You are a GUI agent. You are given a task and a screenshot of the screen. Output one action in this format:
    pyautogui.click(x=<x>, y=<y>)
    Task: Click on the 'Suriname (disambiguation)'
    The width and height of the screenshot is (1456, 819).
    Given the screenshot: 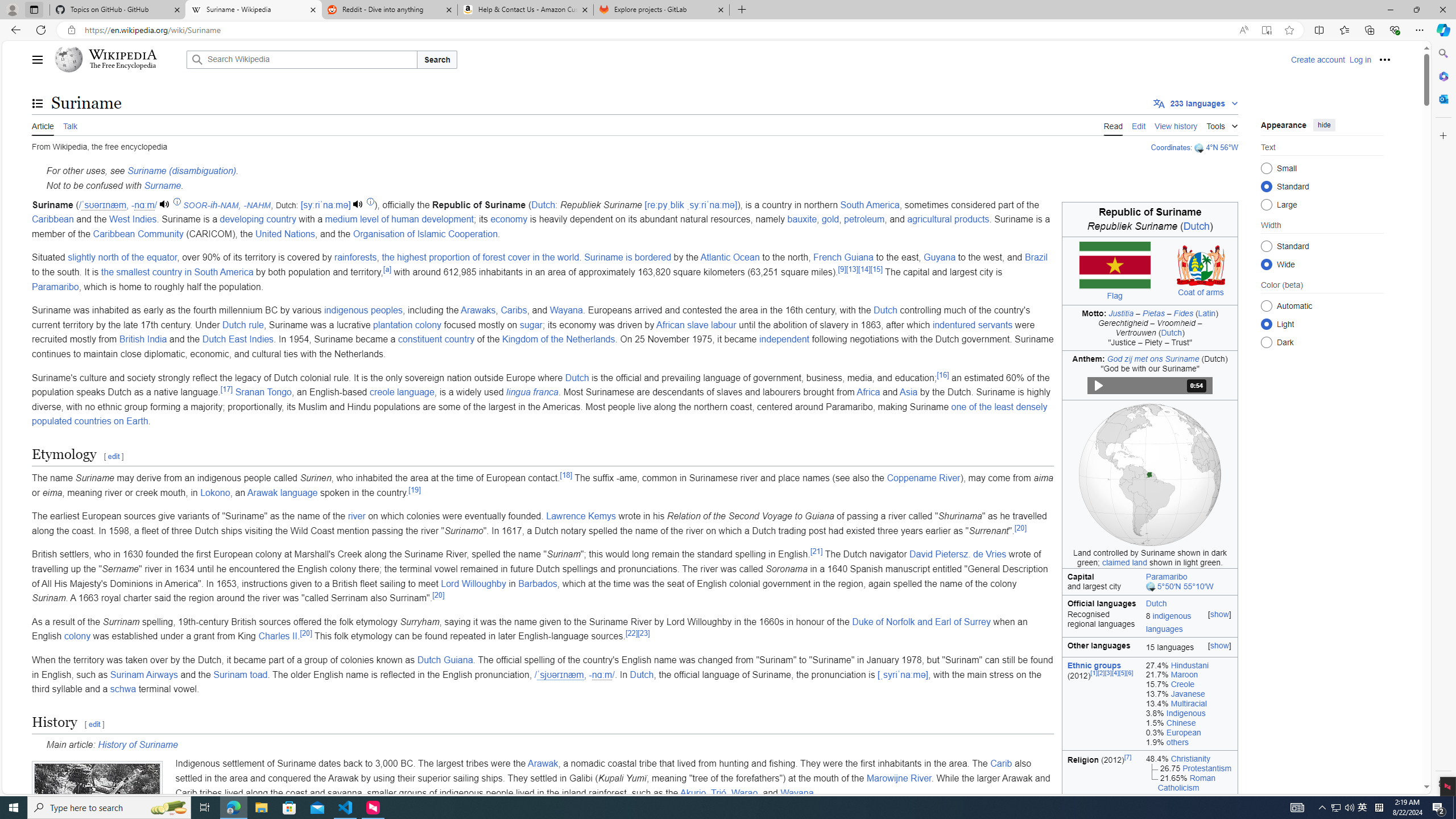 What is the action you would take?
    pyautogui.click(x=180, y=170)
    